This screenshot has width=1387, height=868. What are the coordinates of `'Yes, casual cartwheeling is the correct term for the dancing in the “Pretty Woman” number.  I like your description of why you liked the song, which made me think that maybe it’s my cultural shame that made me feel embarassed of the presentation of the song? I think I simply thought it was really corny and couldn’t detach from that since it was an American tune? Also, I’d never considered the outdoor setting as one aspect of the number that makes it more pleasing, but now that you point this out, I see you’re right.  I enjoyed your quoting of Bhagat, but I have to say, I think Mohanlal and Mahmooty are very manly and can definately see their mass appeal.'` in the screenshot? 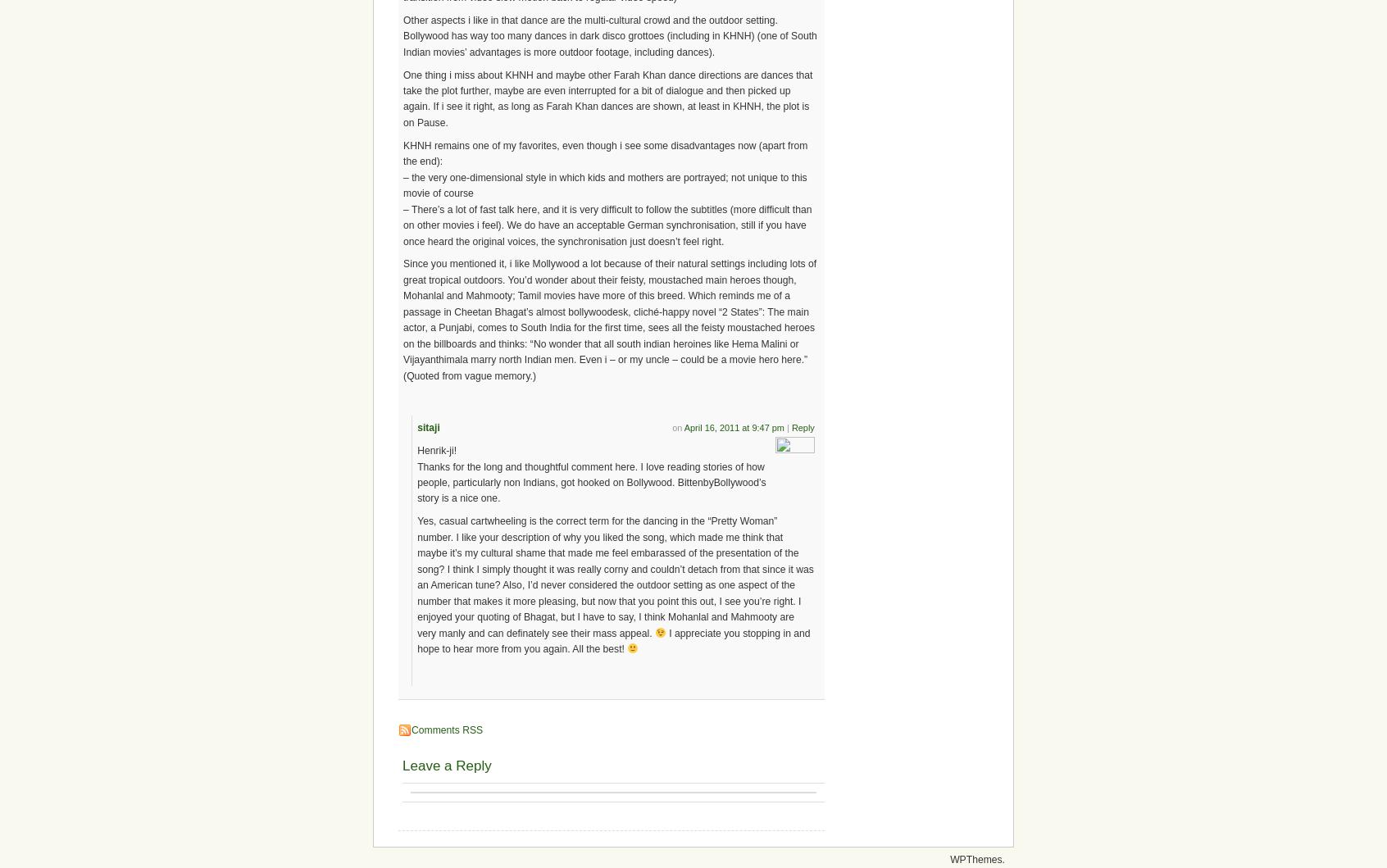 It's located at (614, 577).